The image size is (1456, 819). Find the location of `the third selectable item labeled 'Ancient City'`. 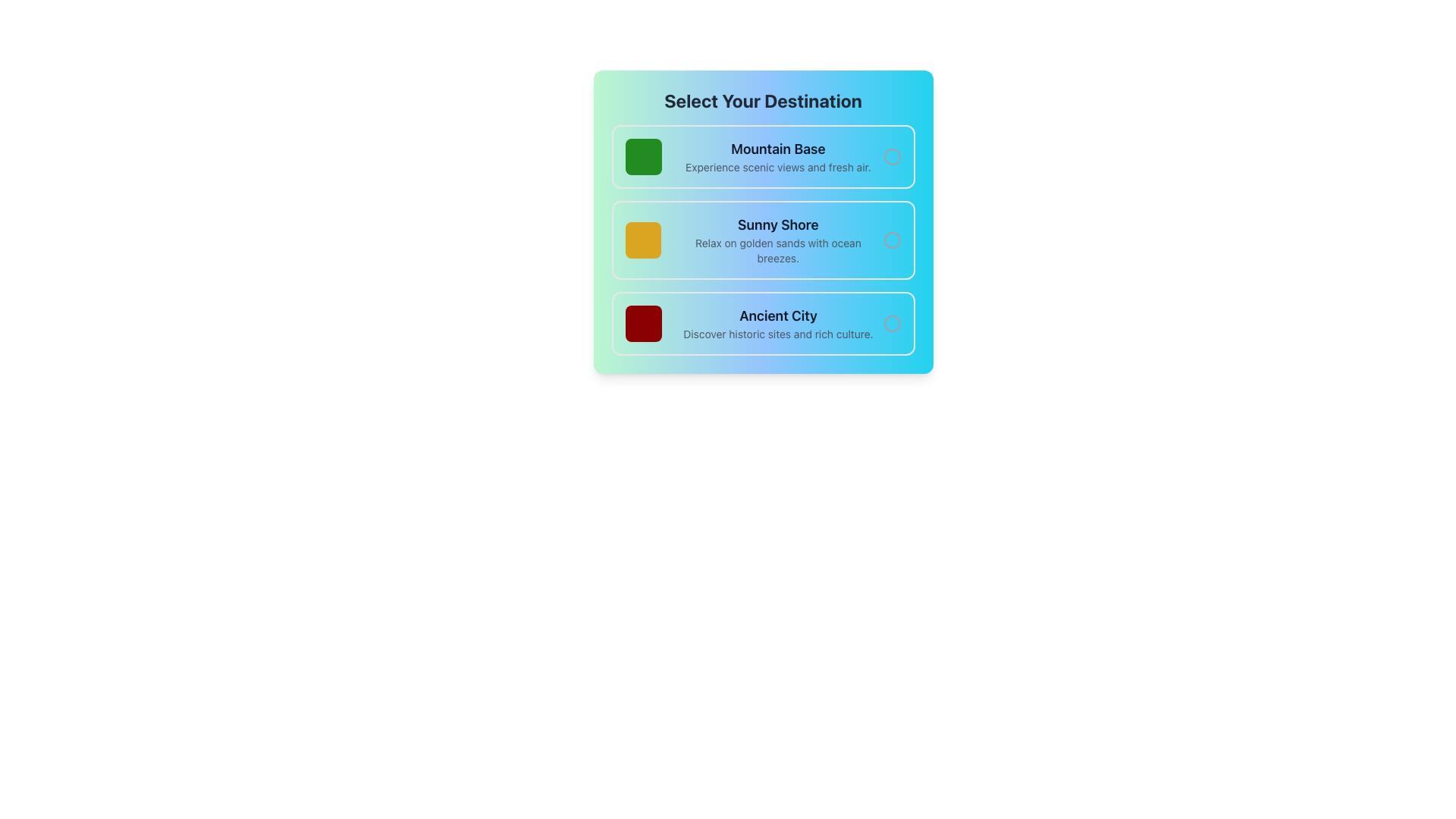

the third selectable item labeled 'Ancient City' is located at coordinates (763, 323).